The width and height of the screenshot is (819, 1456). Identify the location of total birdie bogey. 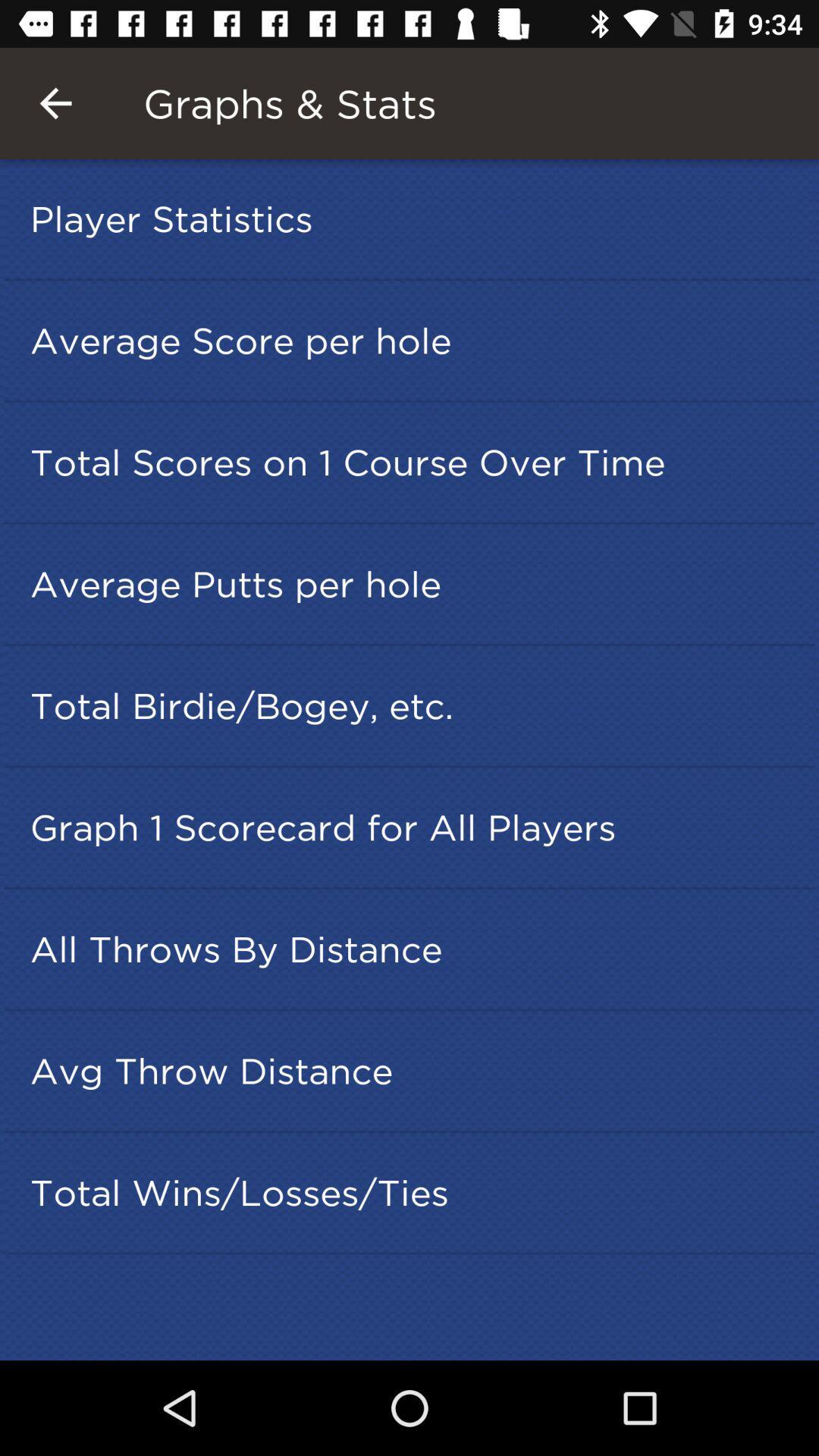
(414, 704).